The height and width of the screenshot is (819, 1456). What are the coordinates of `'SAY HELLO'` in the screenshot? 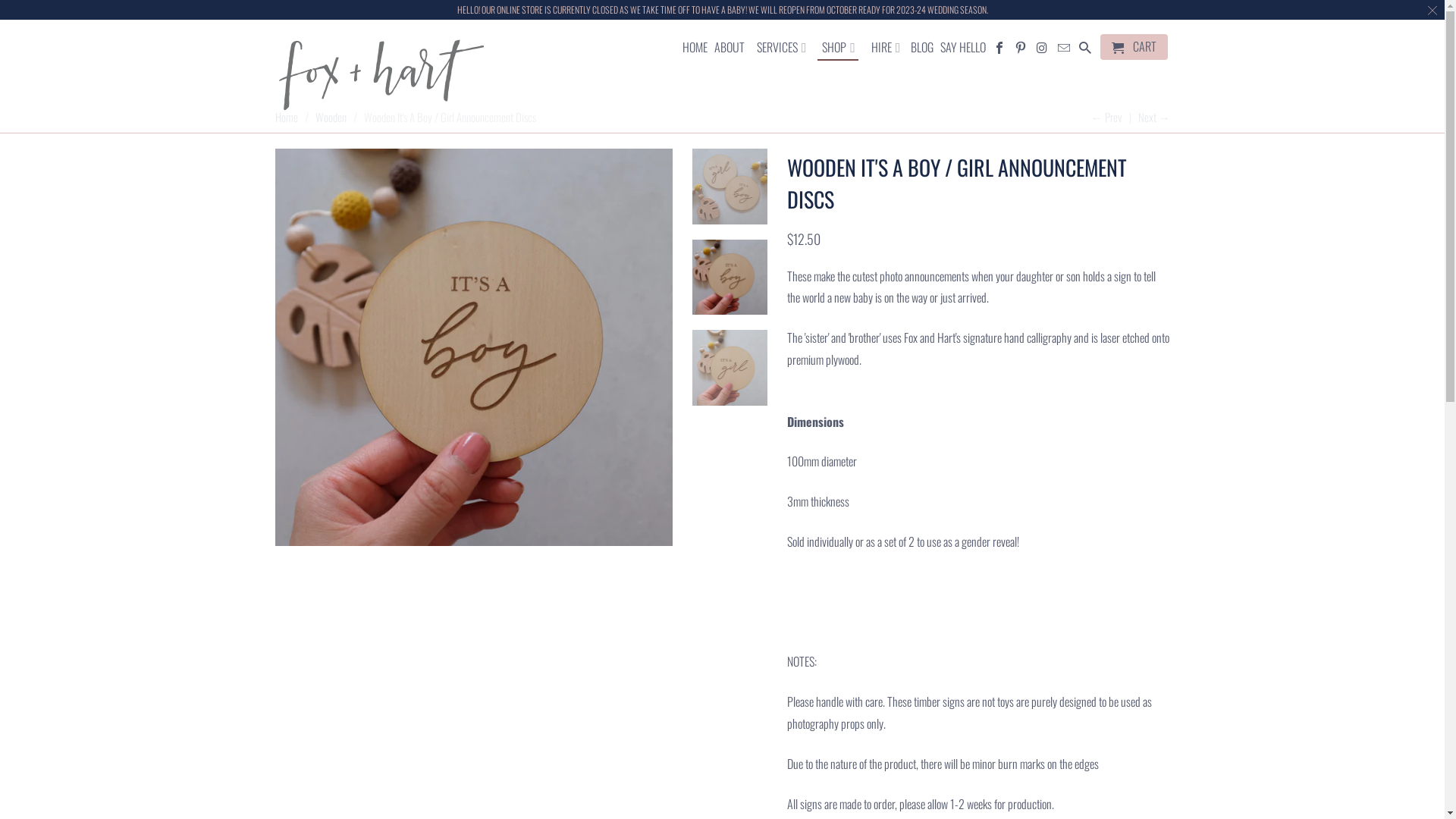 It's located at (962, 49).